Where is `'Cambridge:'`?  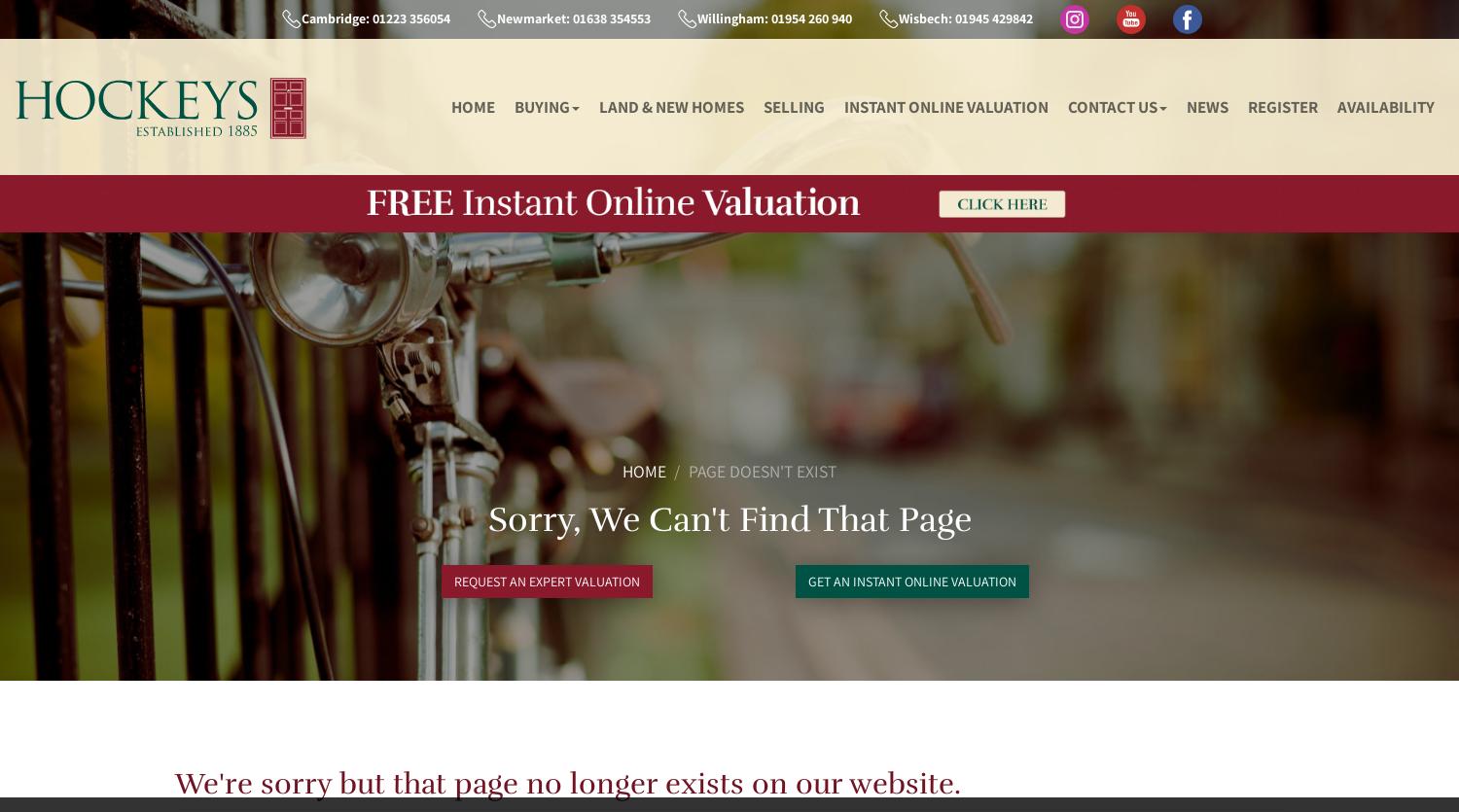
'Cambridge:' is located at coordinates (333, 18).